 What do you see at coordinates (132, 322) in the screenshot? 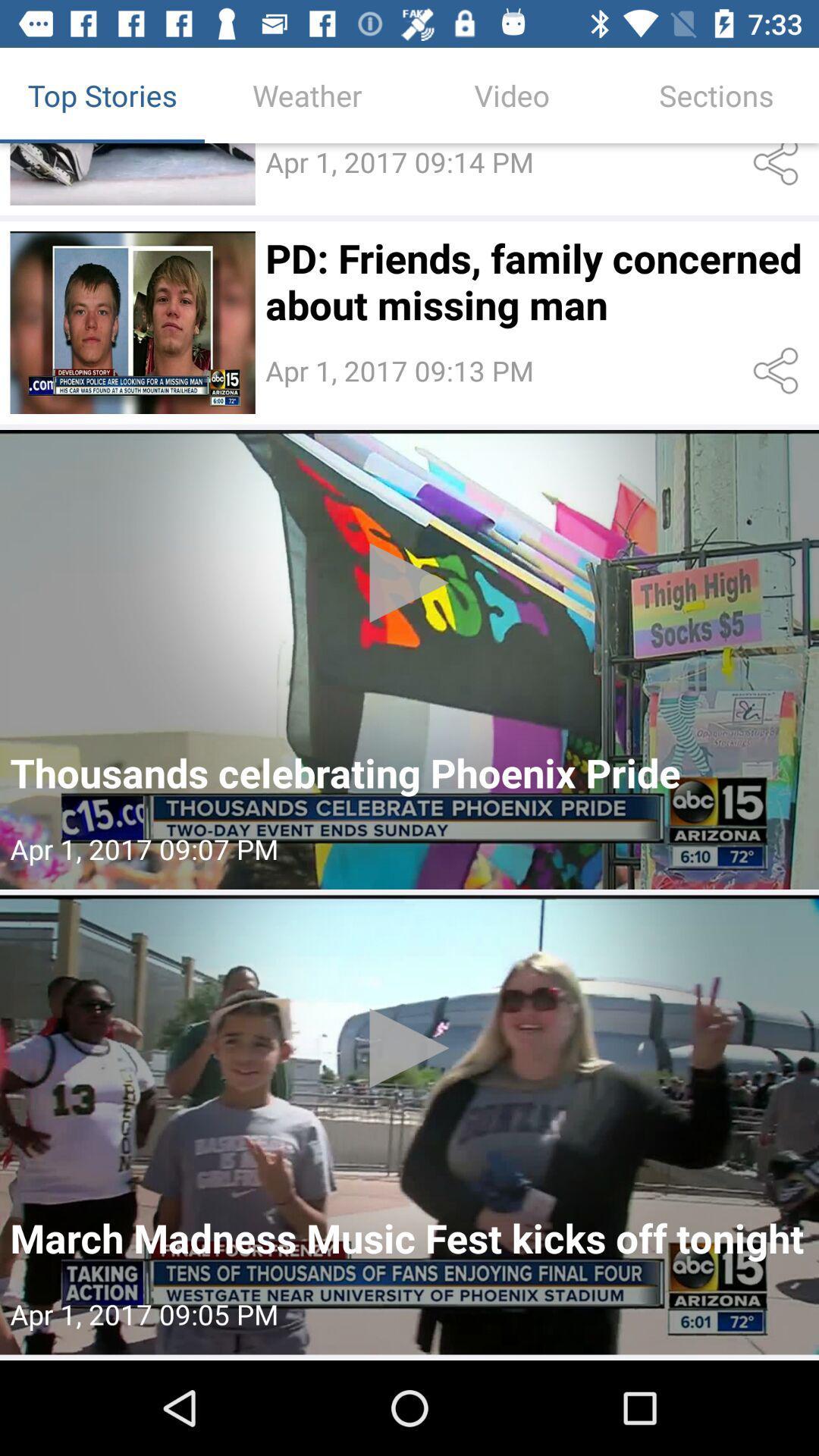
I see `article` at bounding box center [132, 322].